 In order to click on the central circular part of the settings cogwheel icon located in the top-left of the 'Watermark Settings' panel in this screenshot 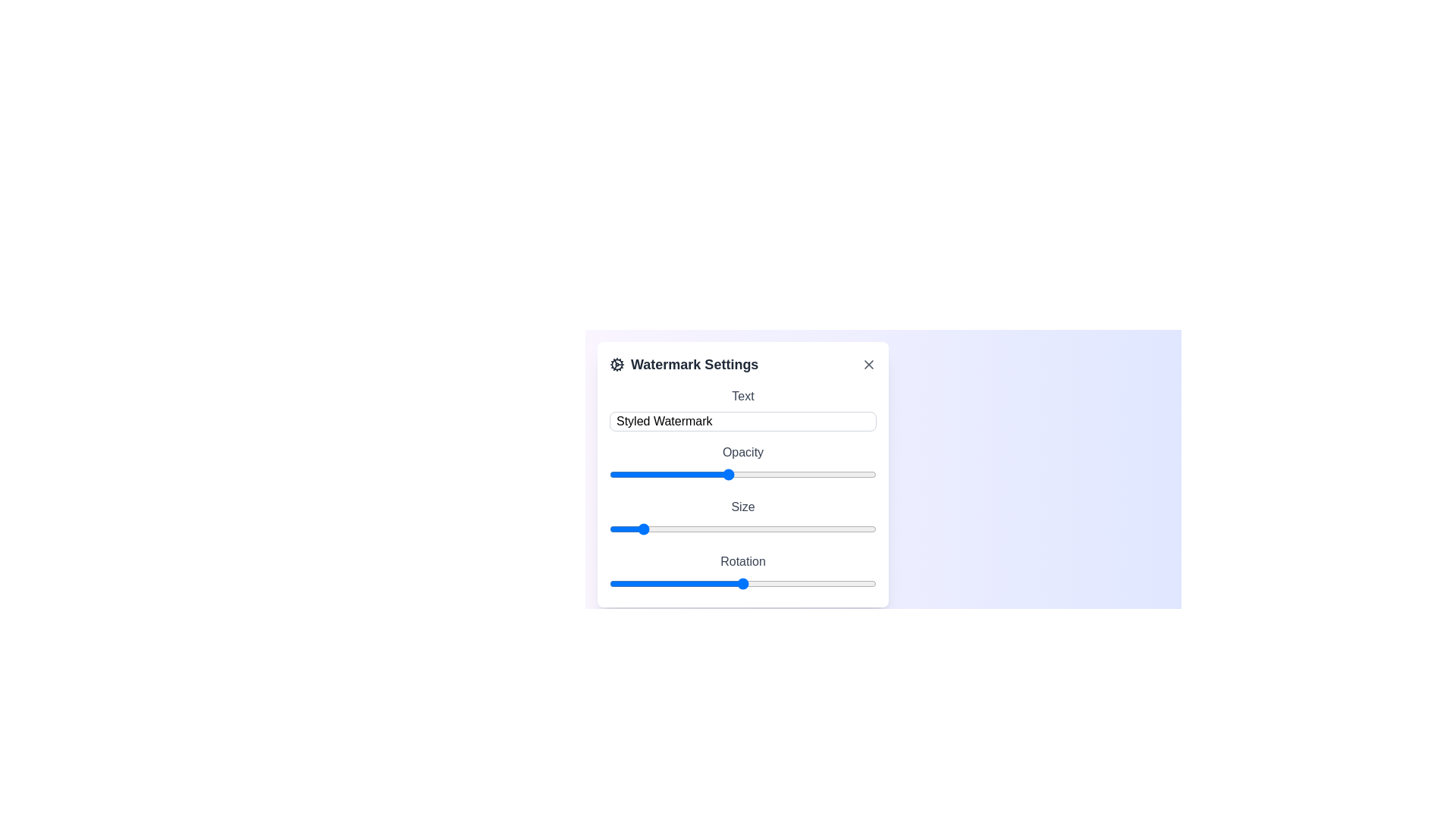, I will do `click(617, 365)`.